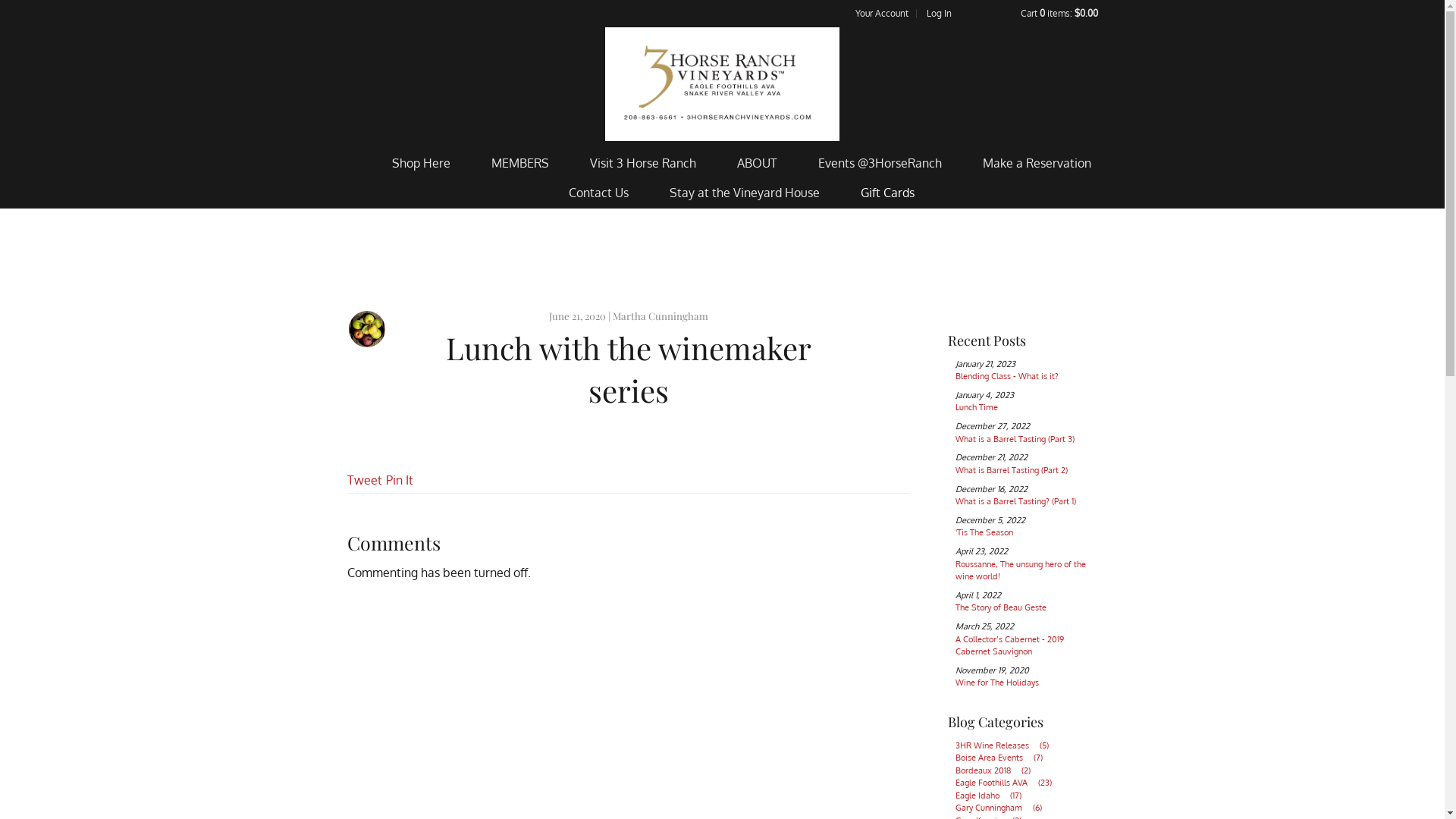 The height and width of the screenshot is (819, 1456). Describe the element at coordinates (364, 479) in the screenshot. I see `'Tweet'` at that location.